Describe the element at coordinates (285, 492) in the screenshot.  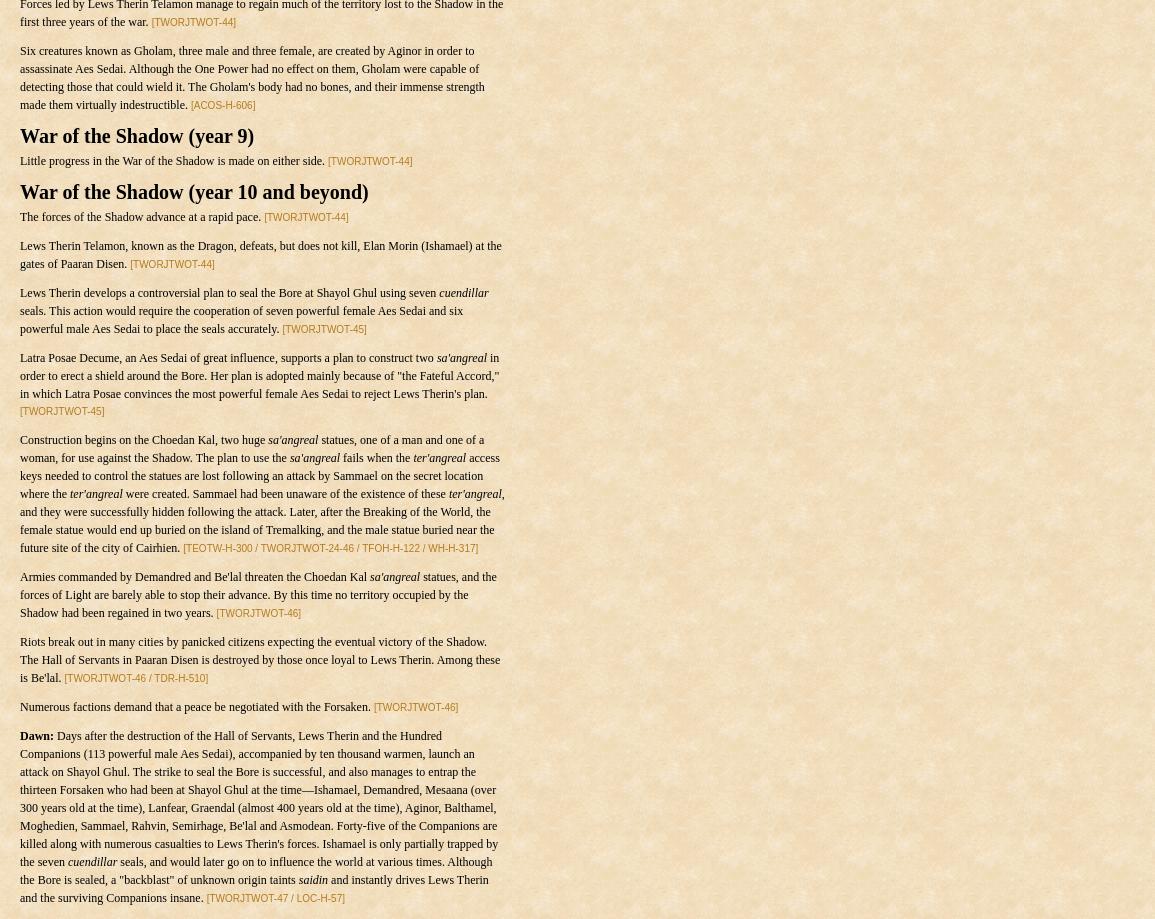
I see `'were created. Sammael had been unaware of the existence of these'` at that location.